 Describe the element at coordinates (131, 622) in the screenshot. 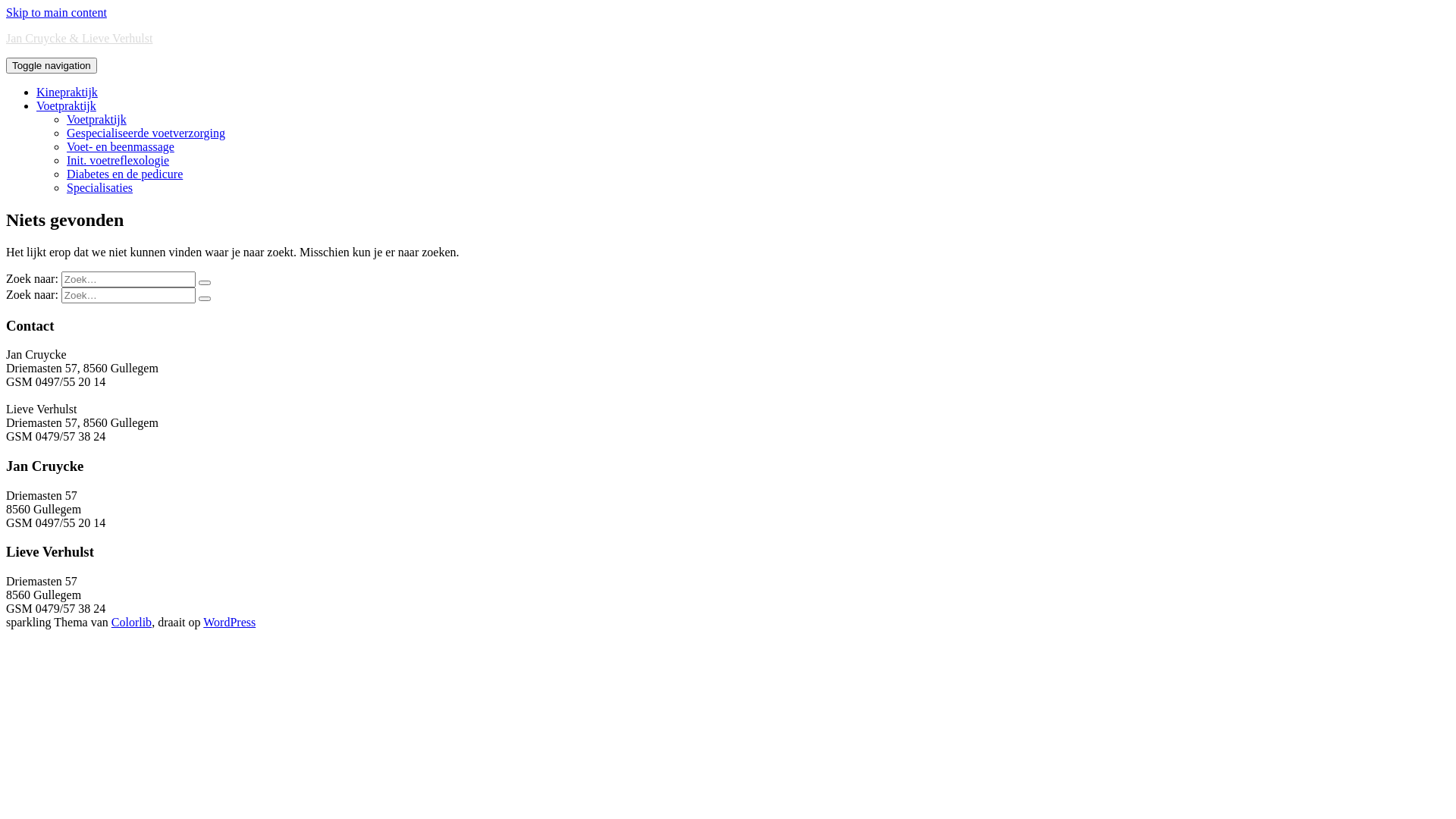

I see `'Colorlib'` at that location.